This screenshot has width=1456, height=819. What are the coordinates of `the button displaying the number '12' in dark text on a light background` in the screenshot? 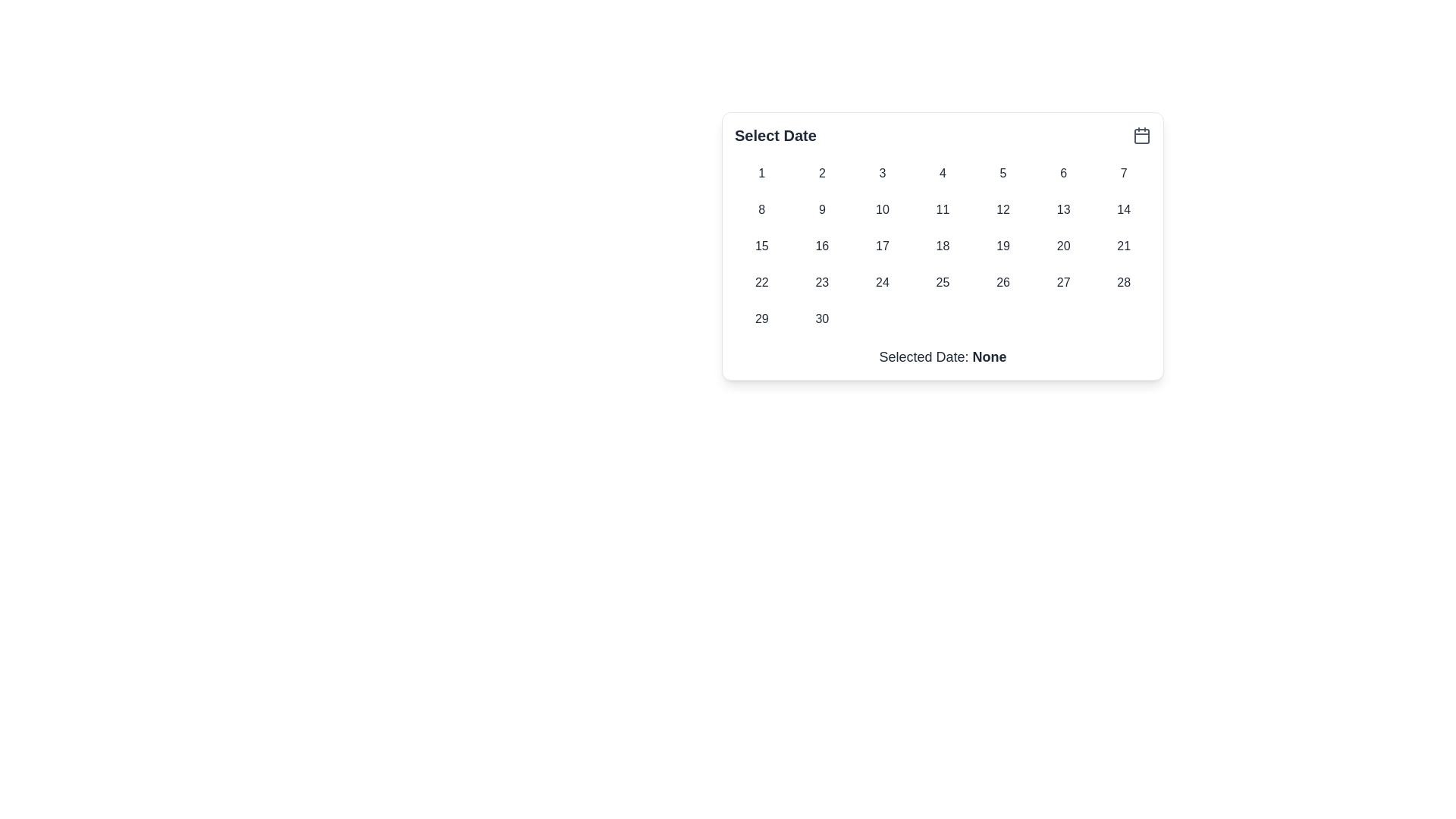 It's located at (1003, 210).